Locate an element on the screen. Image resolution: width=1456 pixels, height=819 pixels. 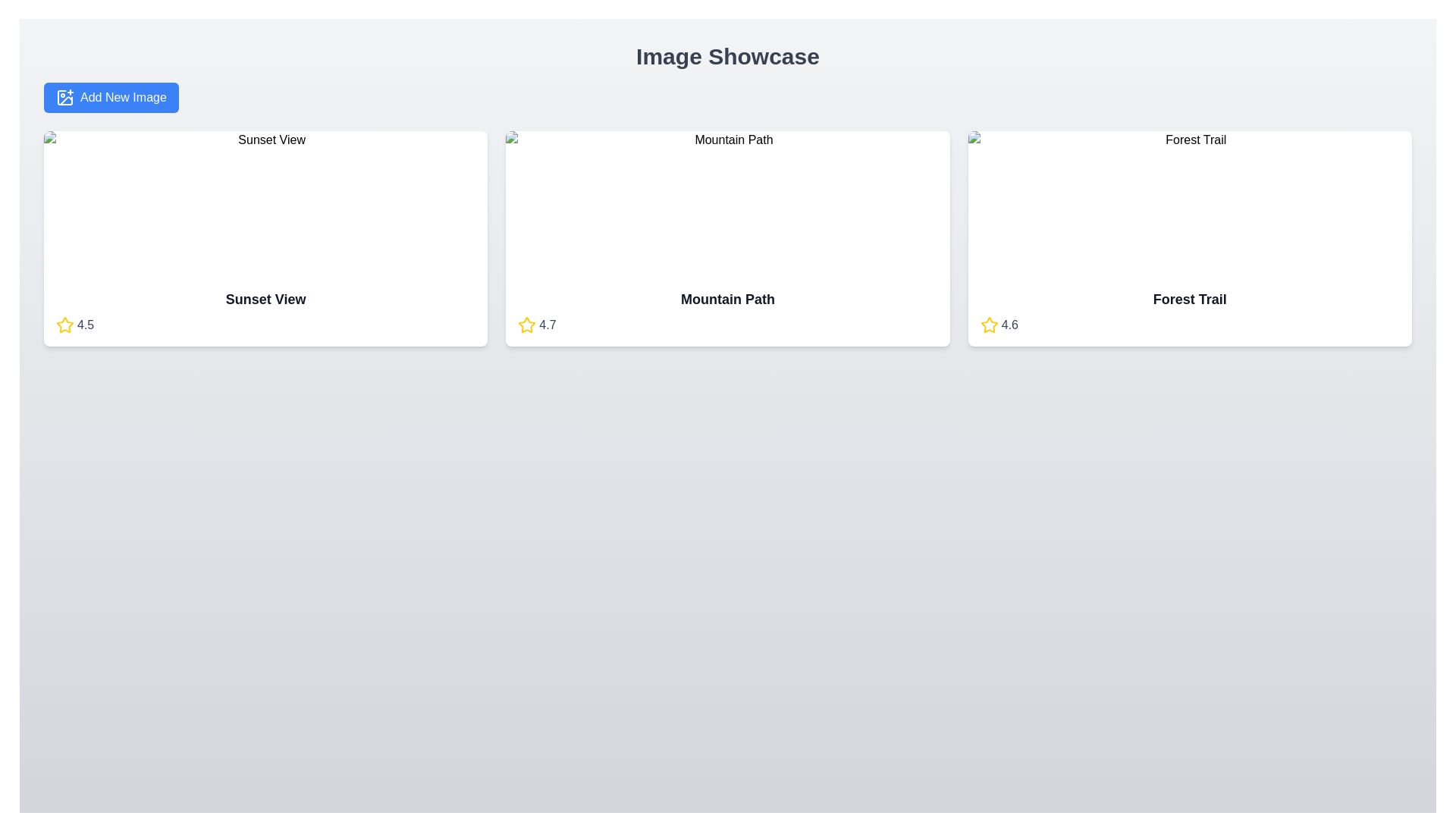
the 'Forest Trail' text label, which is displayed in bold and large font with a grayish-black color, located in the third card of the rightmost column is located at coordinates (1189, 299).